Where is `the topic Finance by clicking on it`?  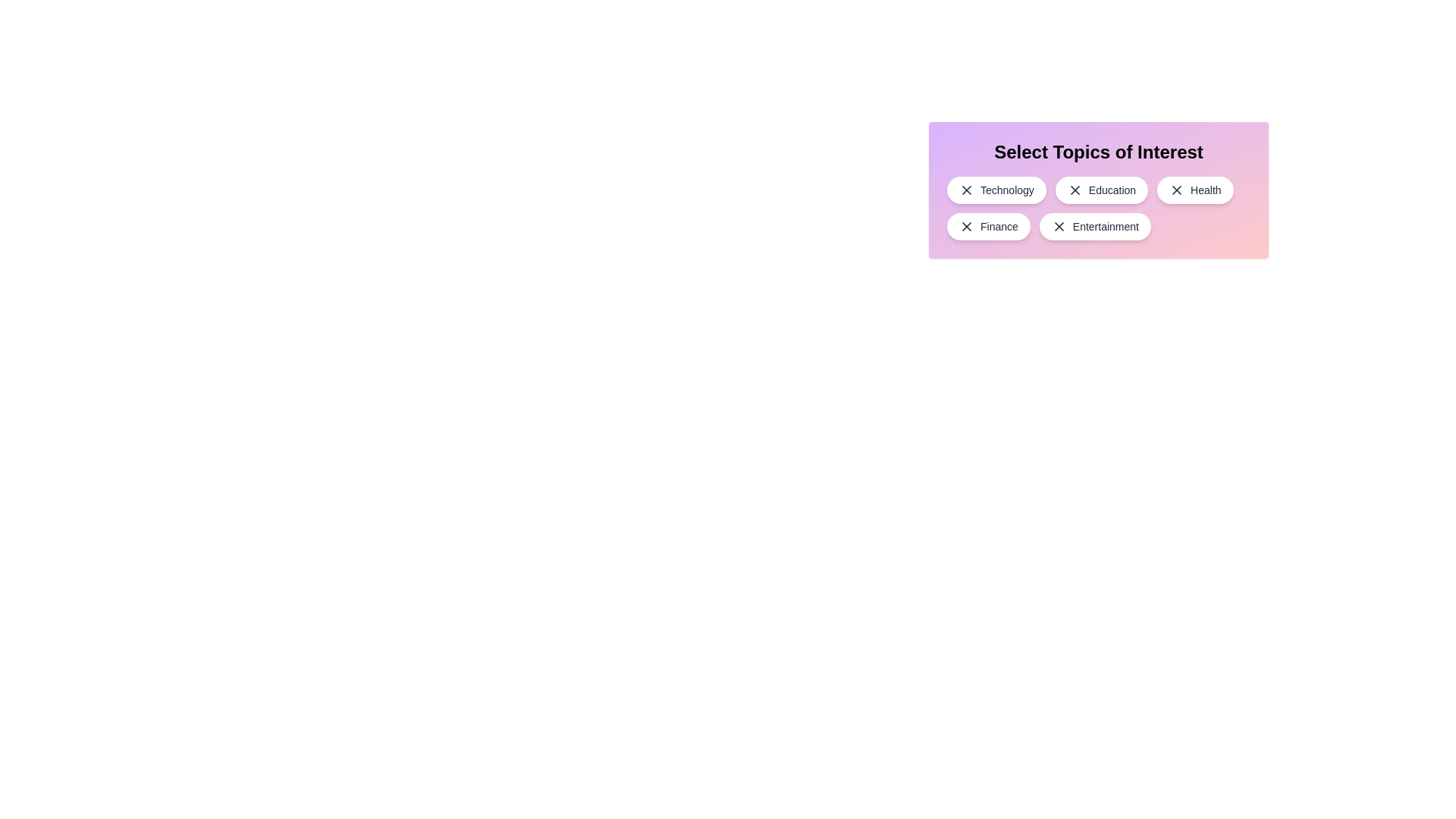 the topic Finance by clicking on it is located at coordinates (989, 227).